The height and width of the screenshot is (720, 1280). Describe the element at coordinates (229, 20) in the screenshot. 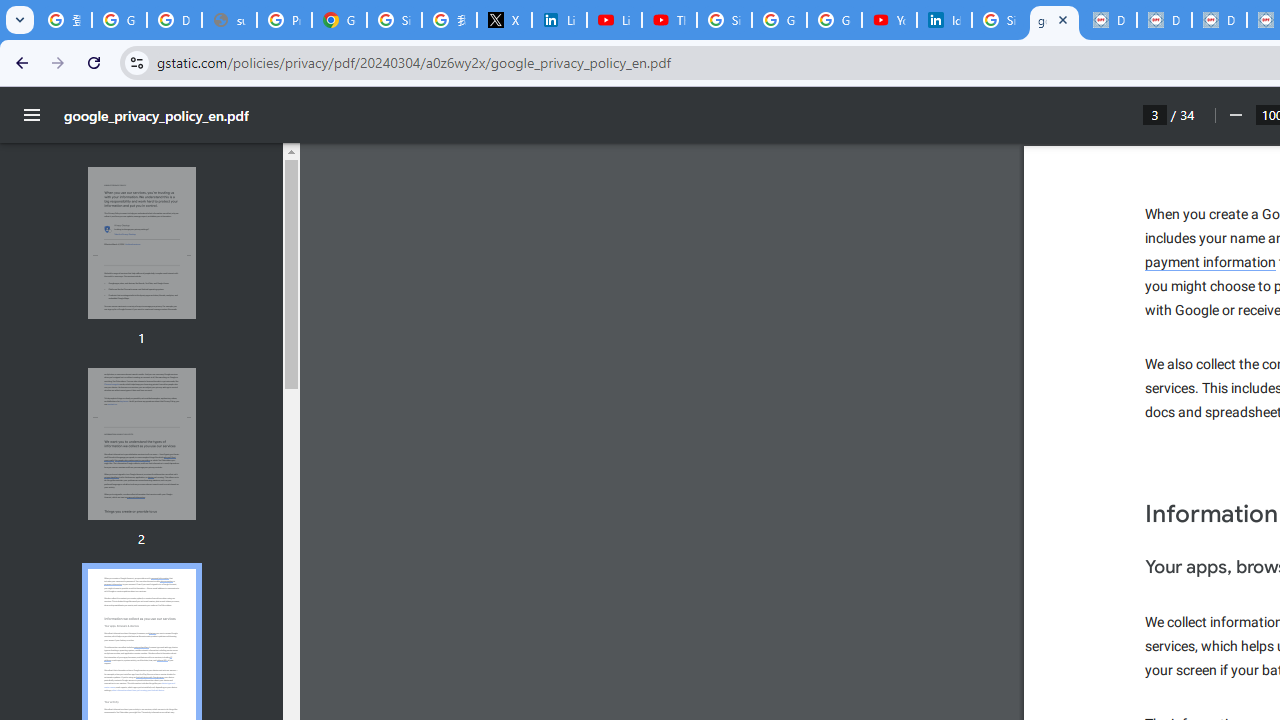

I see `'support.google.com - Network error'` at that location.